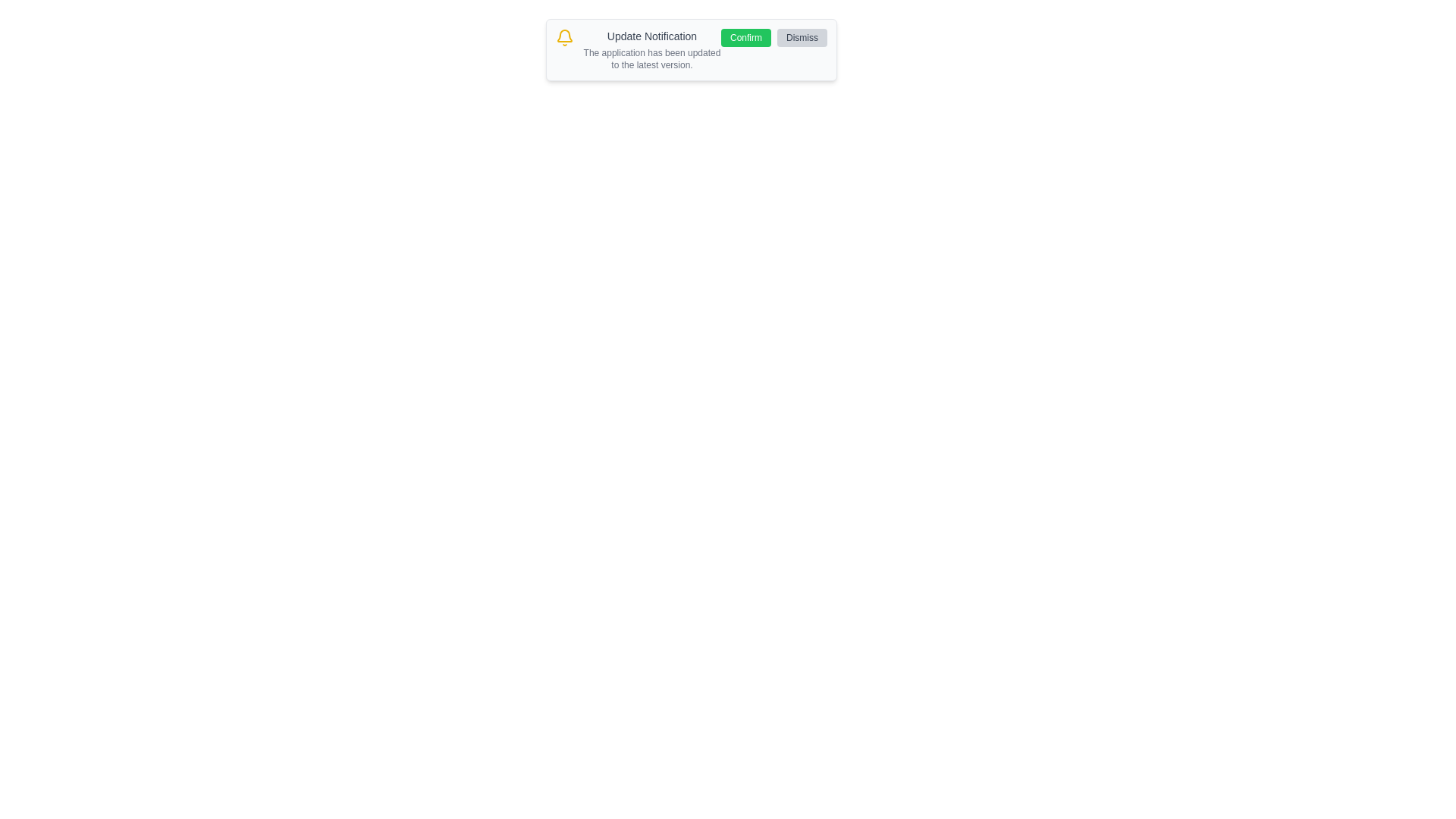 This screenshot has width=1456, height=819. Describe the element at coordinates (651, 49) in the screenshot. I see `the notification text block displaying 'Update Notification' with the description 'The application has been updated to the latest version.'` at that location.